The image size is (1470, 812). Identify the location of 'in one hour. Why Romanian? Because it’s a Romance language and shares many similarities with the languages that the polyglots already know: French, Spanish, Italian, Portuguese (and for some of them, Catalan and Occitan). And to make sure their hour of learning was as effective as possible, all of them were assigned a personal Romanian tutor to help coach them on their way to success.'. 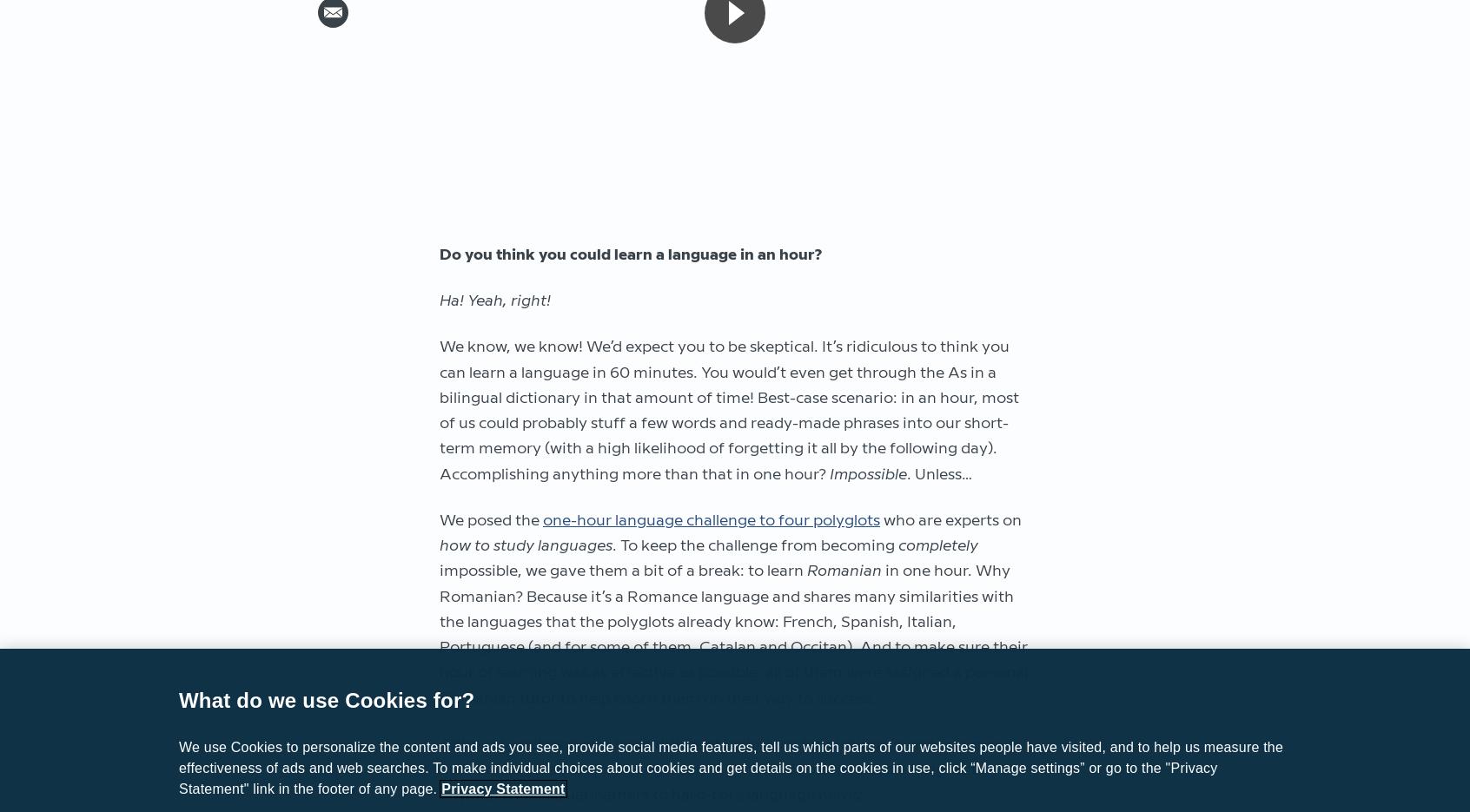
(733, 634).